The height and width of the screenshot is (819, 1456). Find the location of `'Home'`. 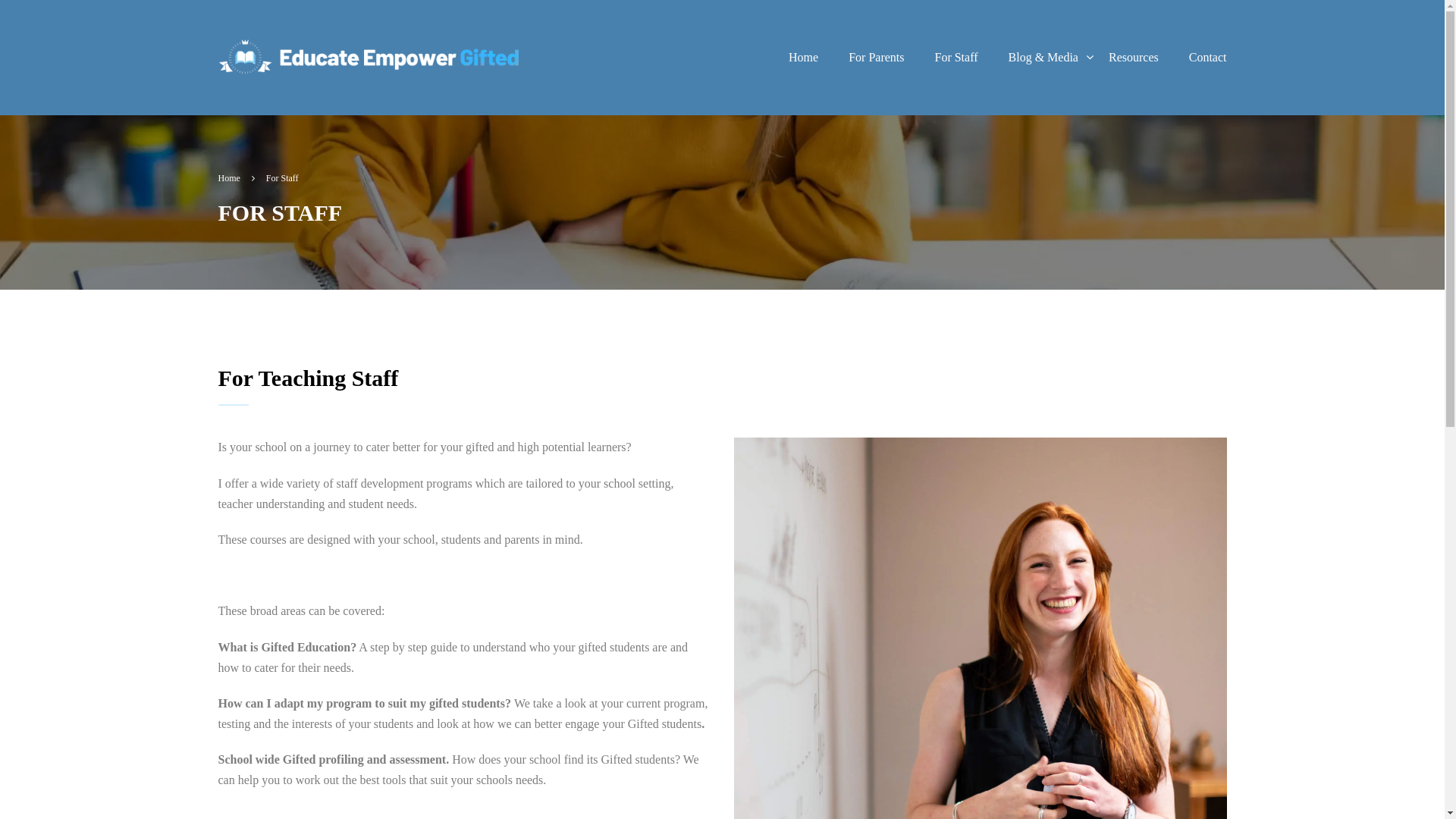

'Home' is located at coordinates (773, 57).